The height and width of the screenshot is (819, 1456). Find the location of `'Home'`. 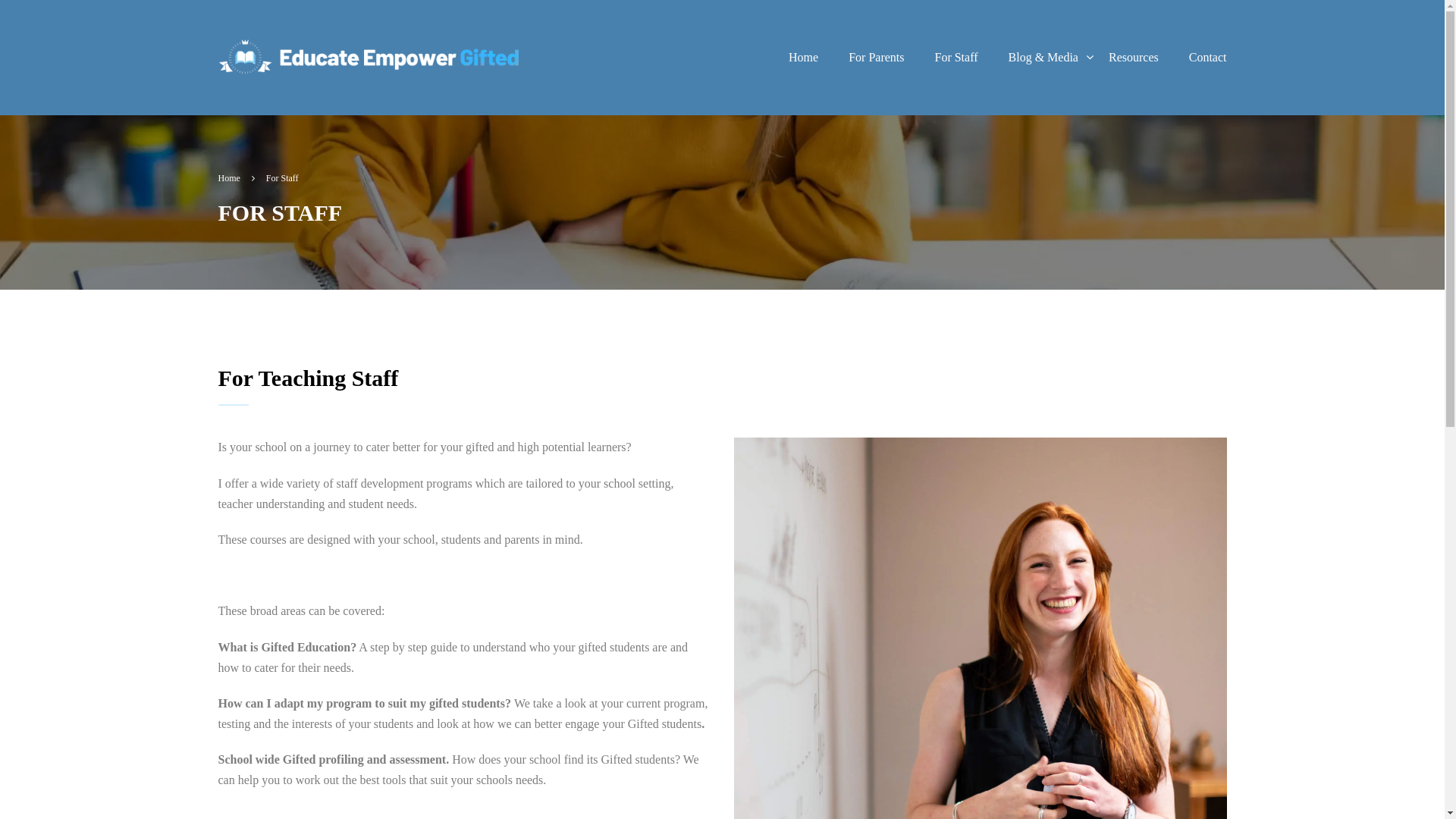

'Home' is located at coordinates (773, 57).